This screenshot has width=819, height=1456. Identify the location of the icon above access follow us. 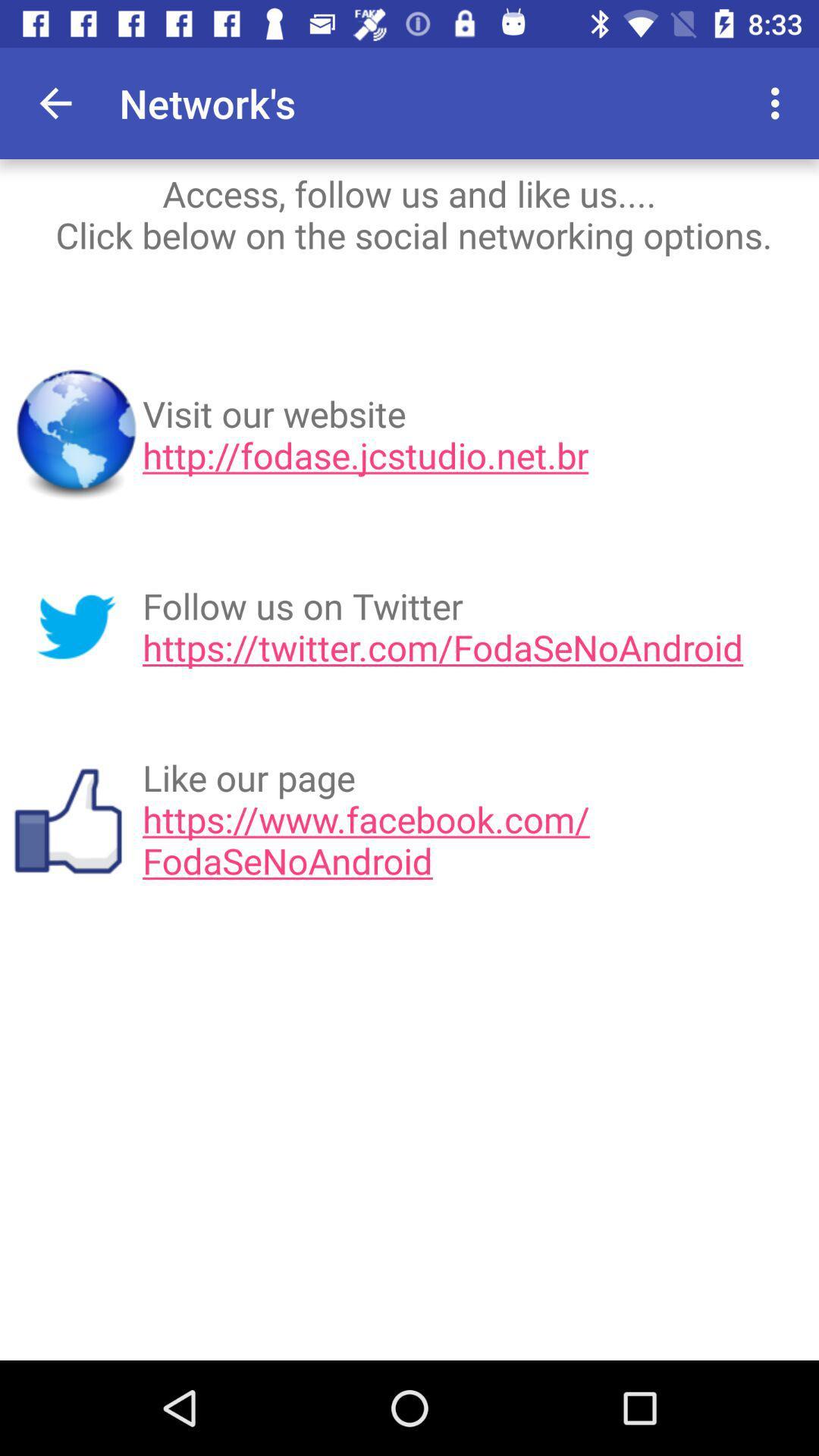
(779, 102).